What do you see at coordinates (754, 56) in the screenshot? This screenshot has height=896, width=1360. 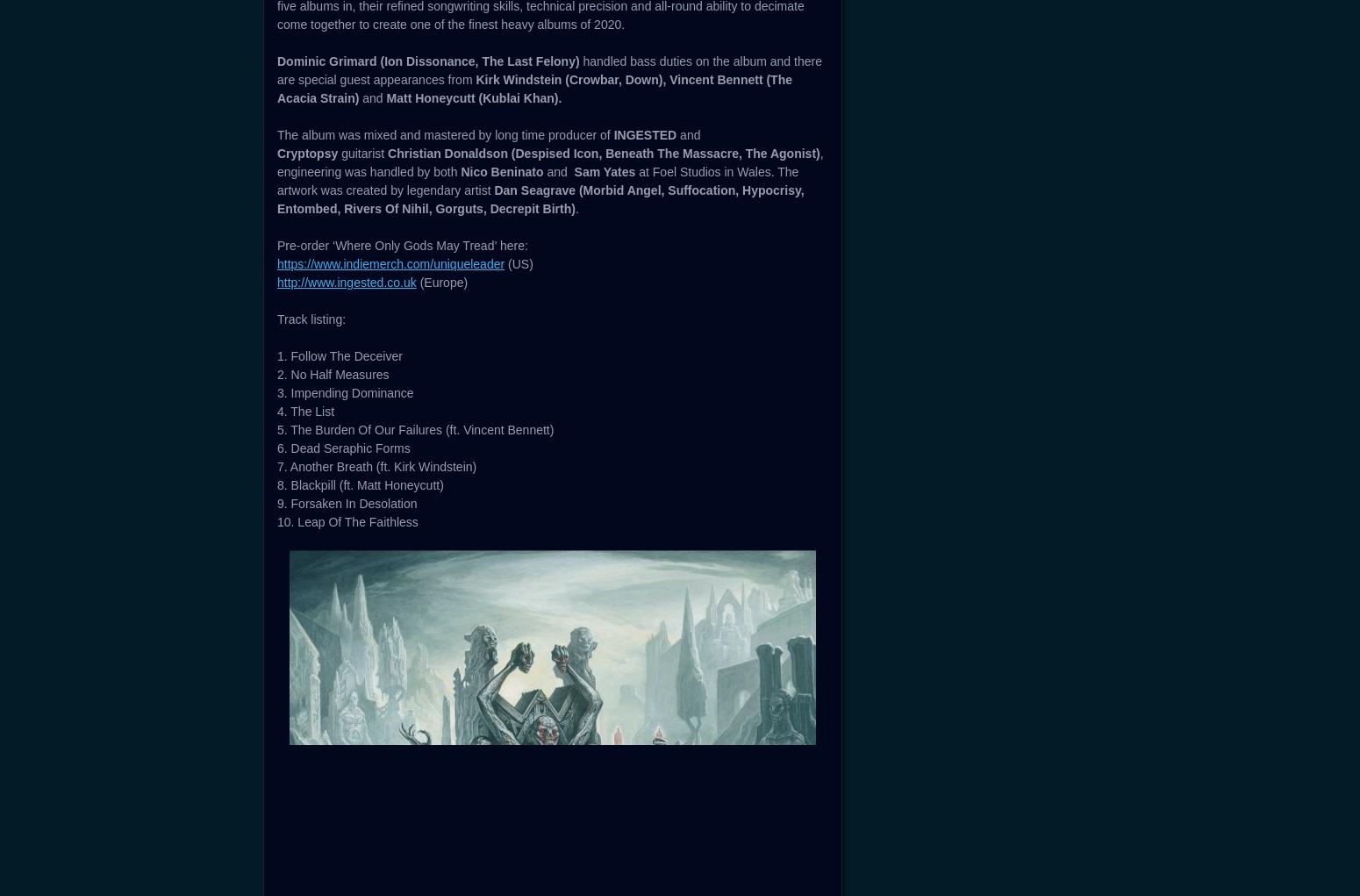 I see `'bassist'` at bounding box center [754, 56].